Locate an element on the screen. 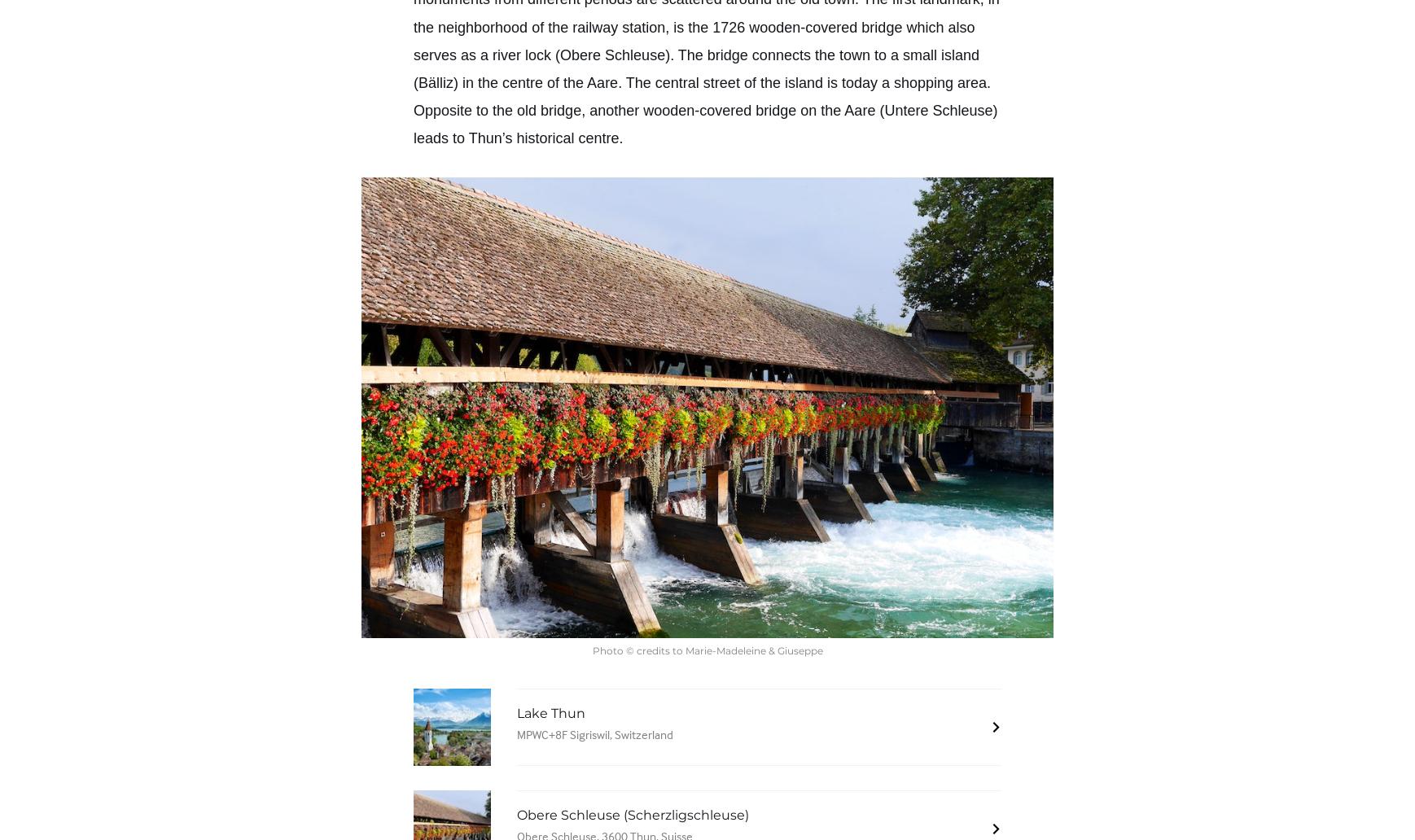  '1726 wooden-covered bridge which also serves as a river lock' is located at coordinates (694, 40).